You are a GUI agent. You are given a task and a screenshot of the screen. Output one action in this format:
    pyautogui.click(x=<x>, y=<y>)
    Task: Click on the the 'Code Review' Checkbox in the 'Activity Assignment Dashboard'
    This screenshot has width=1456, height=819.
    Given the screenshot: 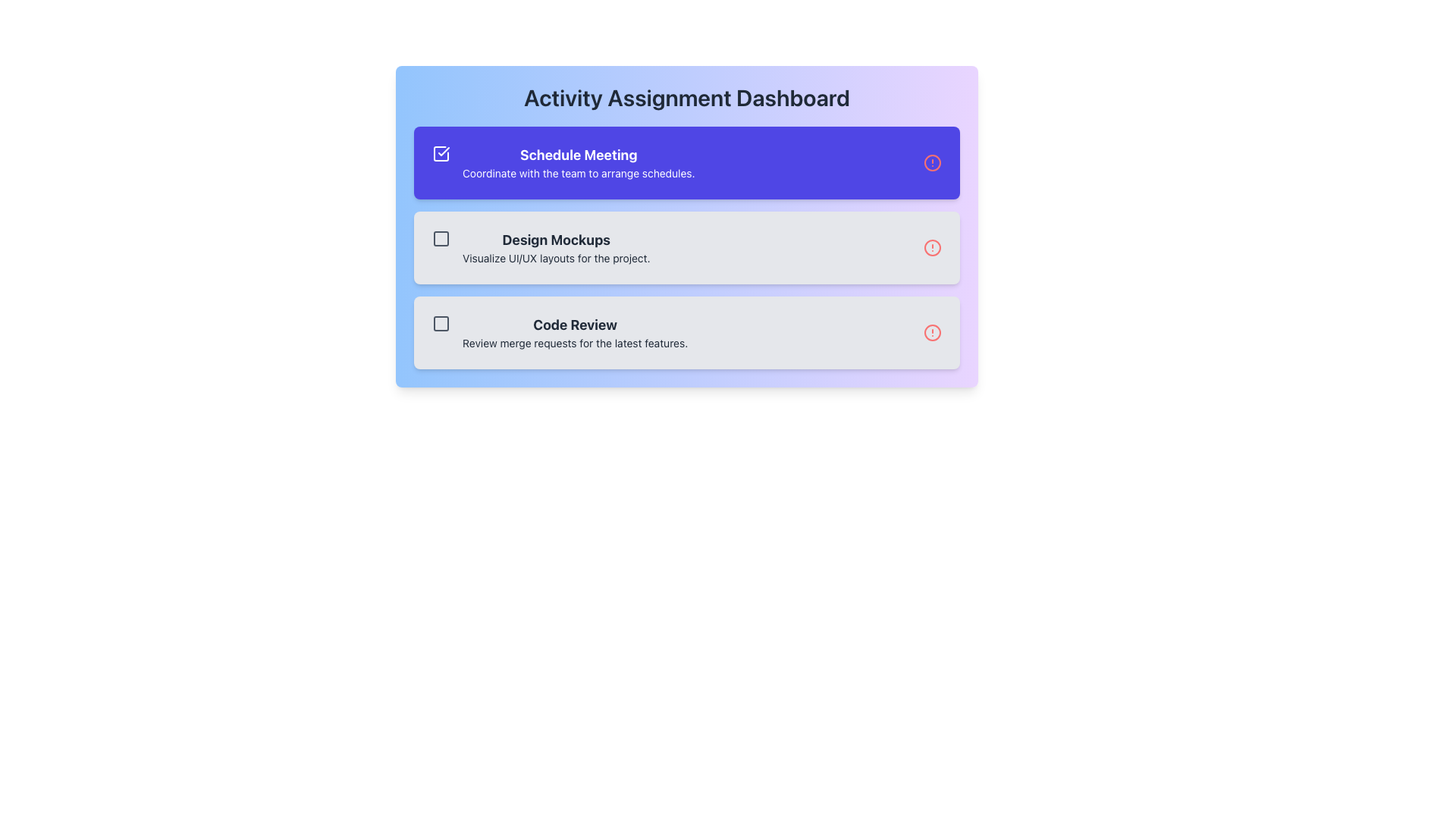 What is the action you would take?
    pyautogui.click(x=440, y=323)
    